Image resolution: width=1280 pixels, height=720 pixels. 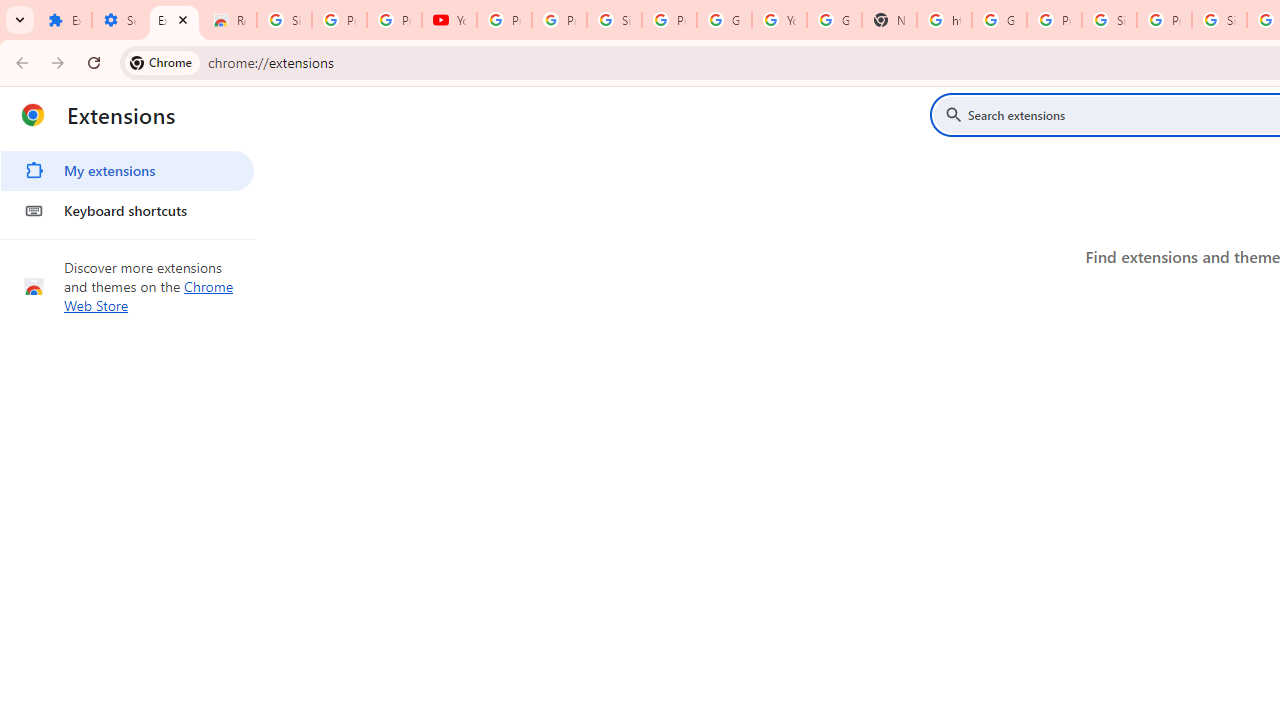 I want to click on 'Reviews: Helix Fruit Jump Arcade Game', so click(x=229, y=20).